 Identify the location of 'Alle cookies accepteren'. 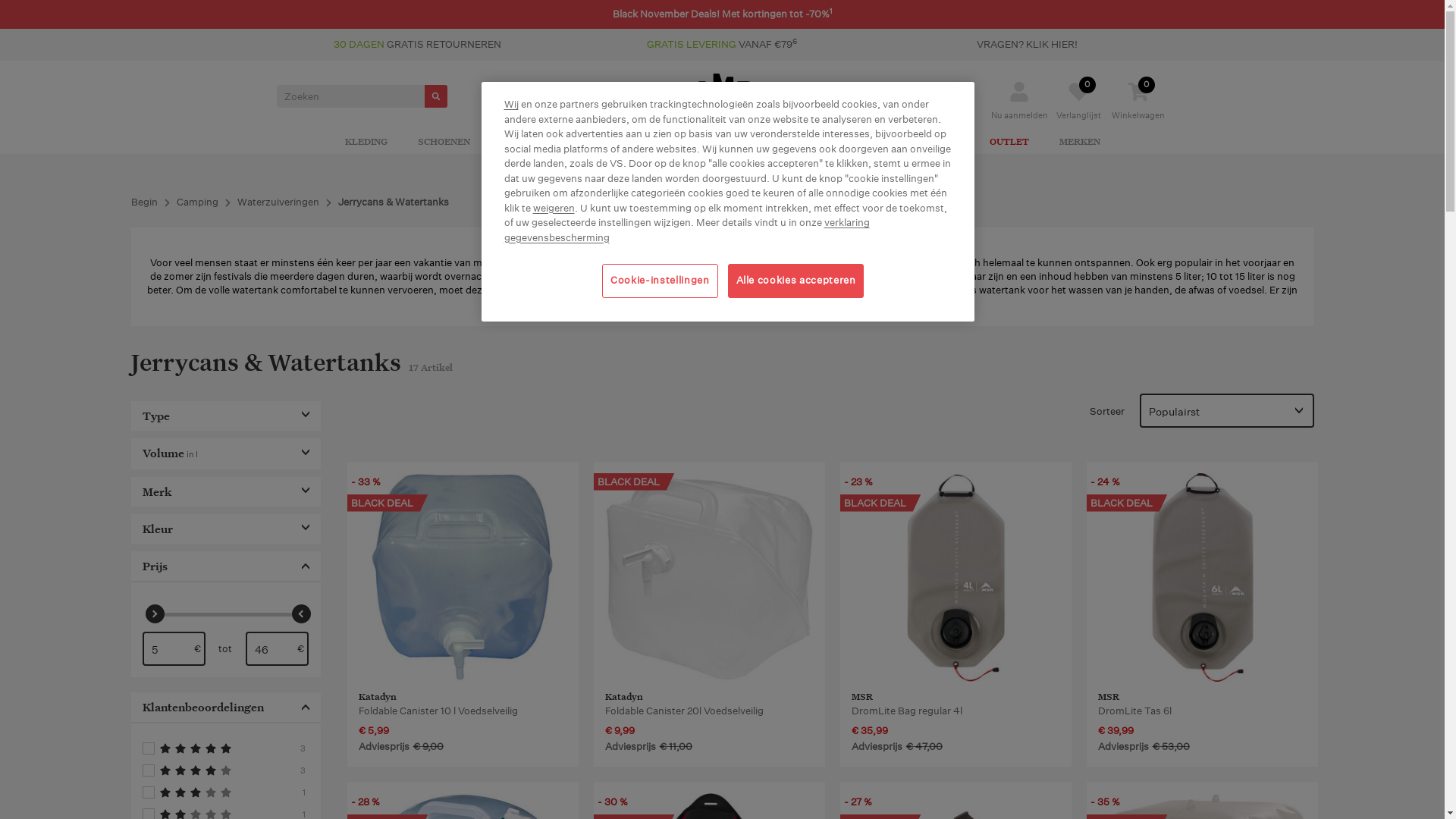
(728, 281).